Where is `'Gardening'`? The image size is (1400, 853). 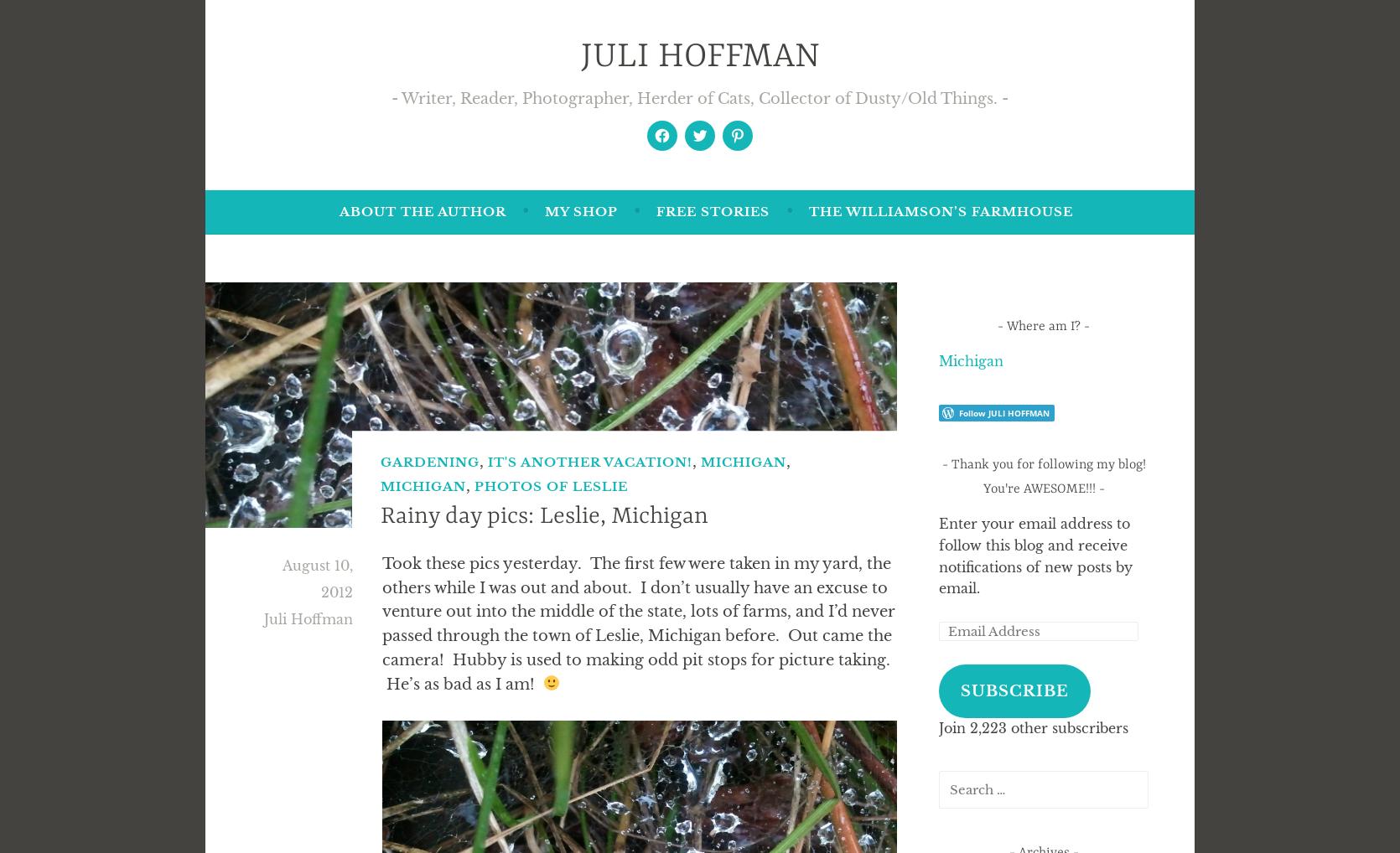
'Gardening' is located at coordinates (430, 461).